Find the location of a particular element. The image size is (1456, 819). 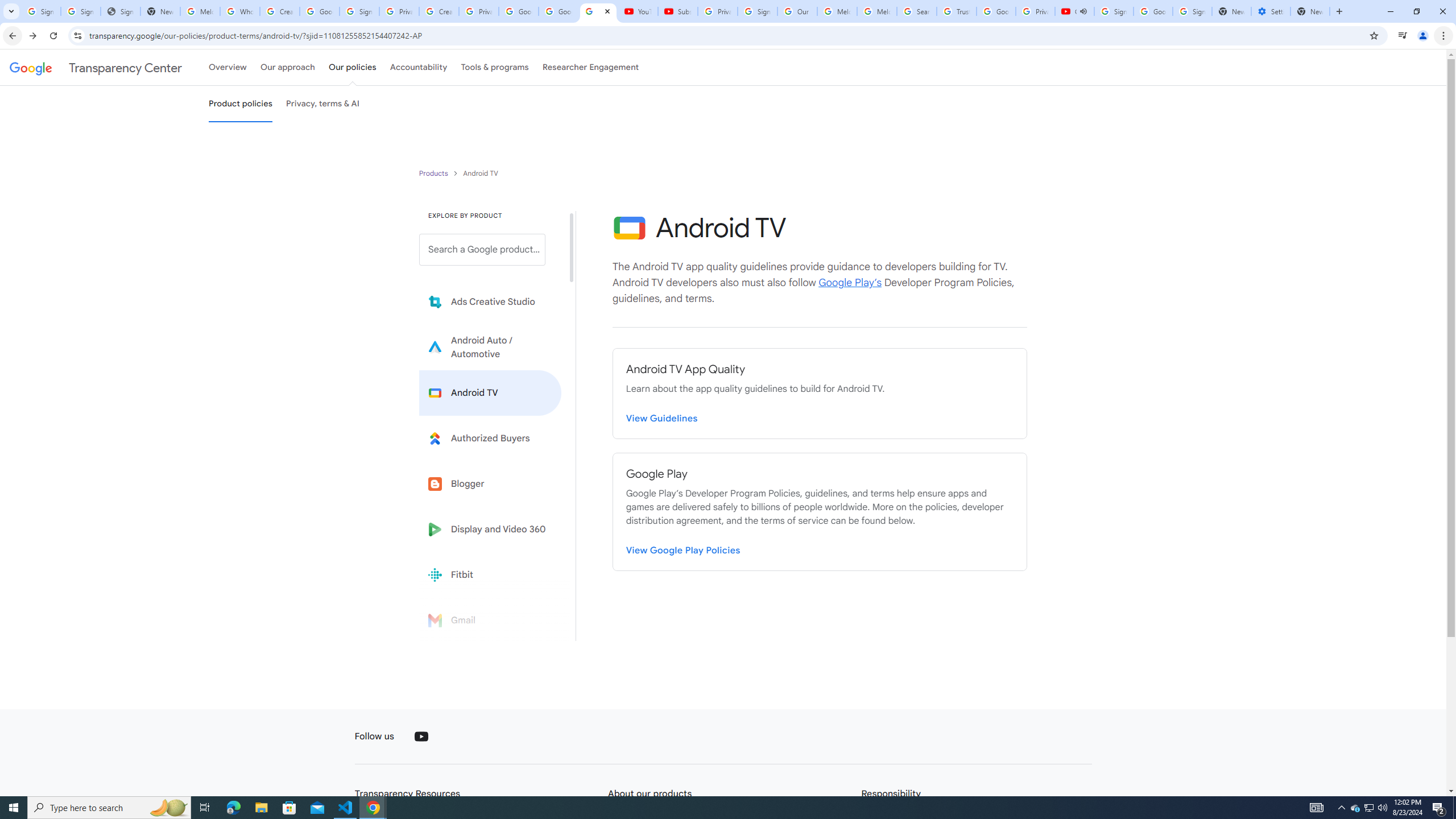

'Learn more about Android Auto' is located at coordinates (490, 347).